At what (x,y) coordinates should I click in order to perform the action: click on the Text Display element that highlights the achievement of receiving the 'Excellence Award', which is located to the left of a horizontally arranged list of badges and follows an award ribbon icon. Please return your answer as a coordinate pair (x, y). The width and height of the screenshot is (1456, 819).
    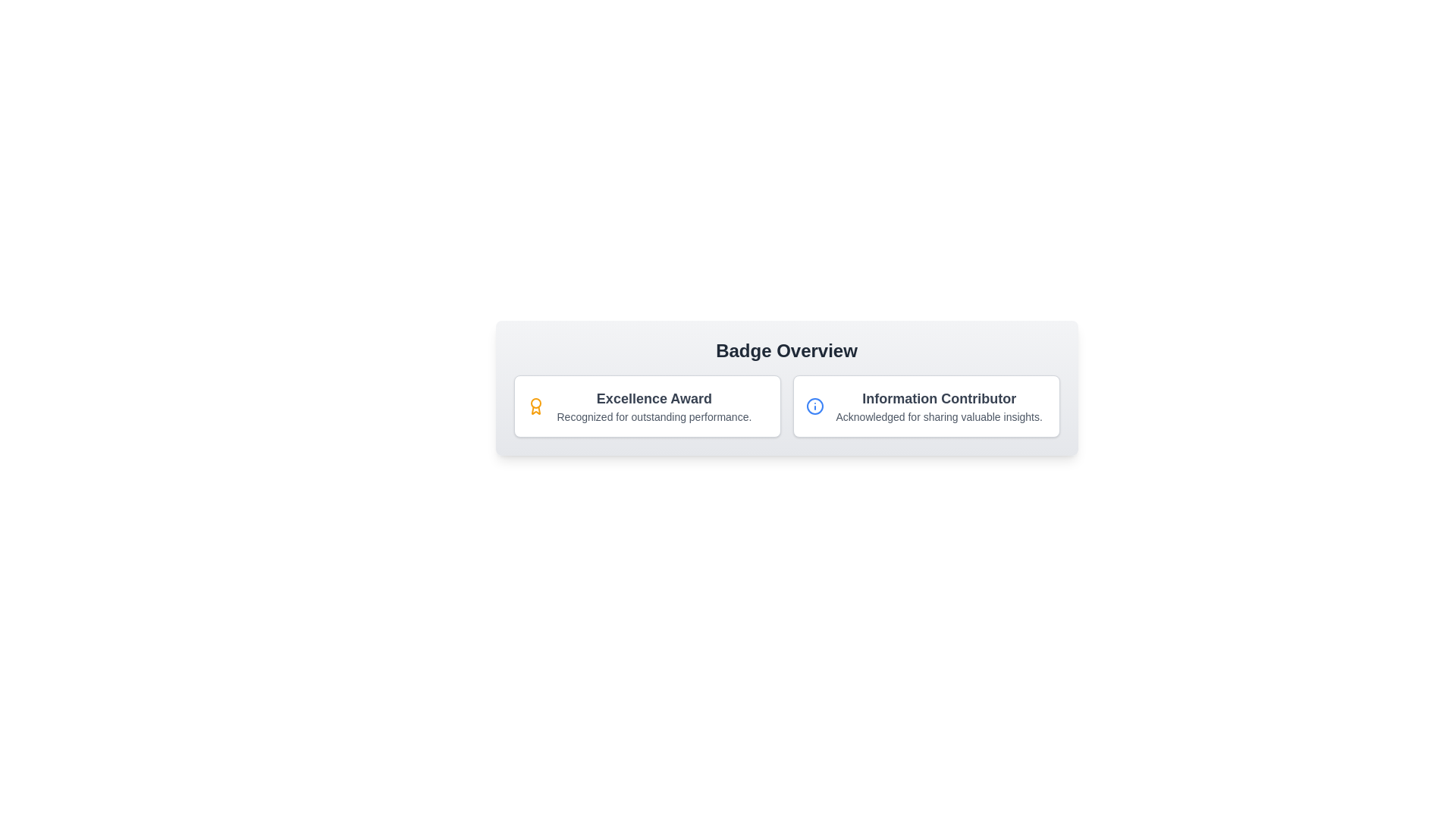
    Looking at the image, I should click on (654, 406).